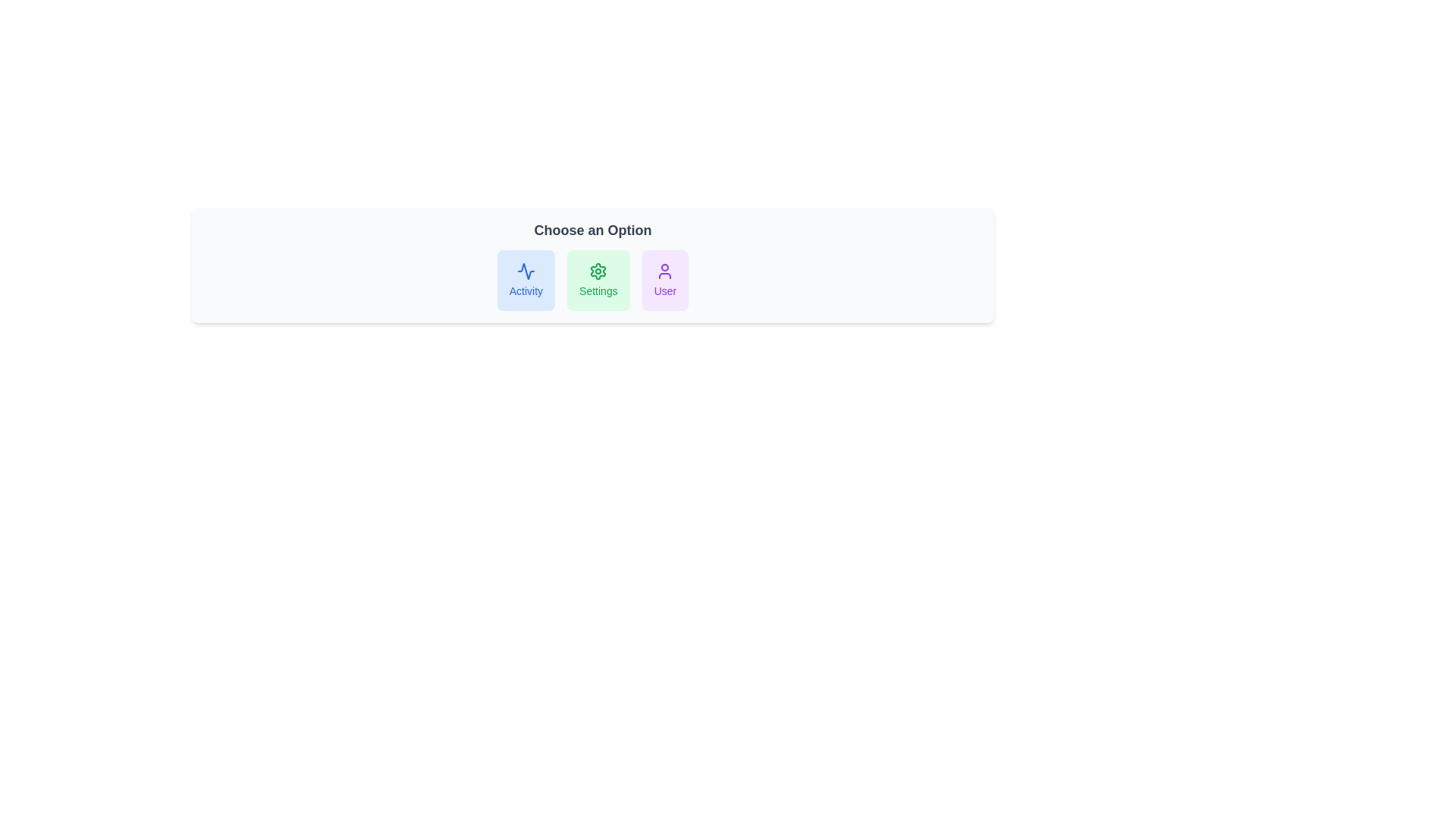  What do you see at coordinates (526, 271) in the screenshot?
I see `the 'Activity' button, which contains the SVG Icon representing the 'Activity' option` at bounding box center [526, 271].